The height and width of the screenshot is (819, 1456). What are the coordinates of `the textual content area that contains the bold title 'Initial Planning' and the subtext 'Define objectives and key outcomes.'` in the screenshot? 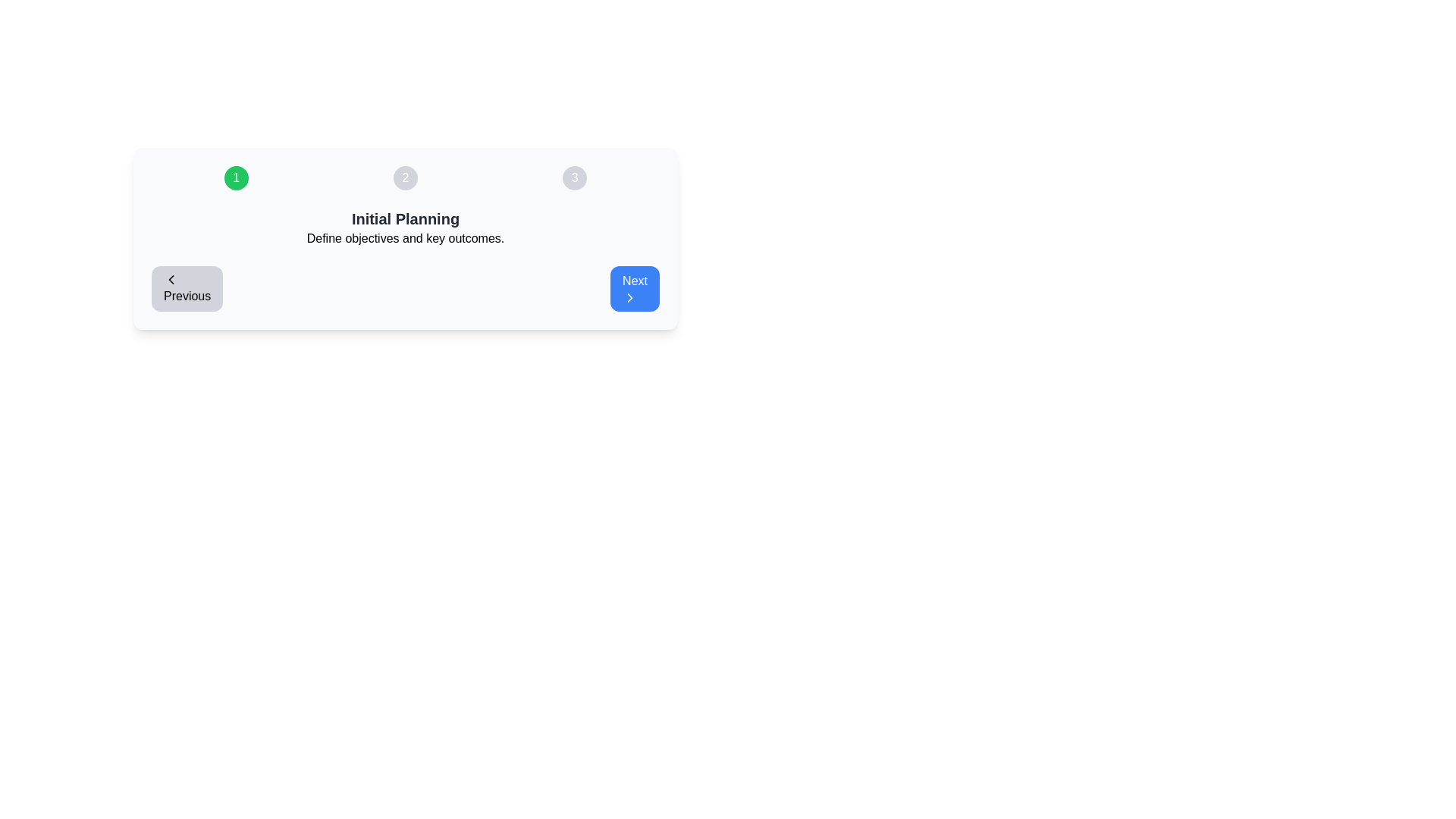 It's located at (405, 227).